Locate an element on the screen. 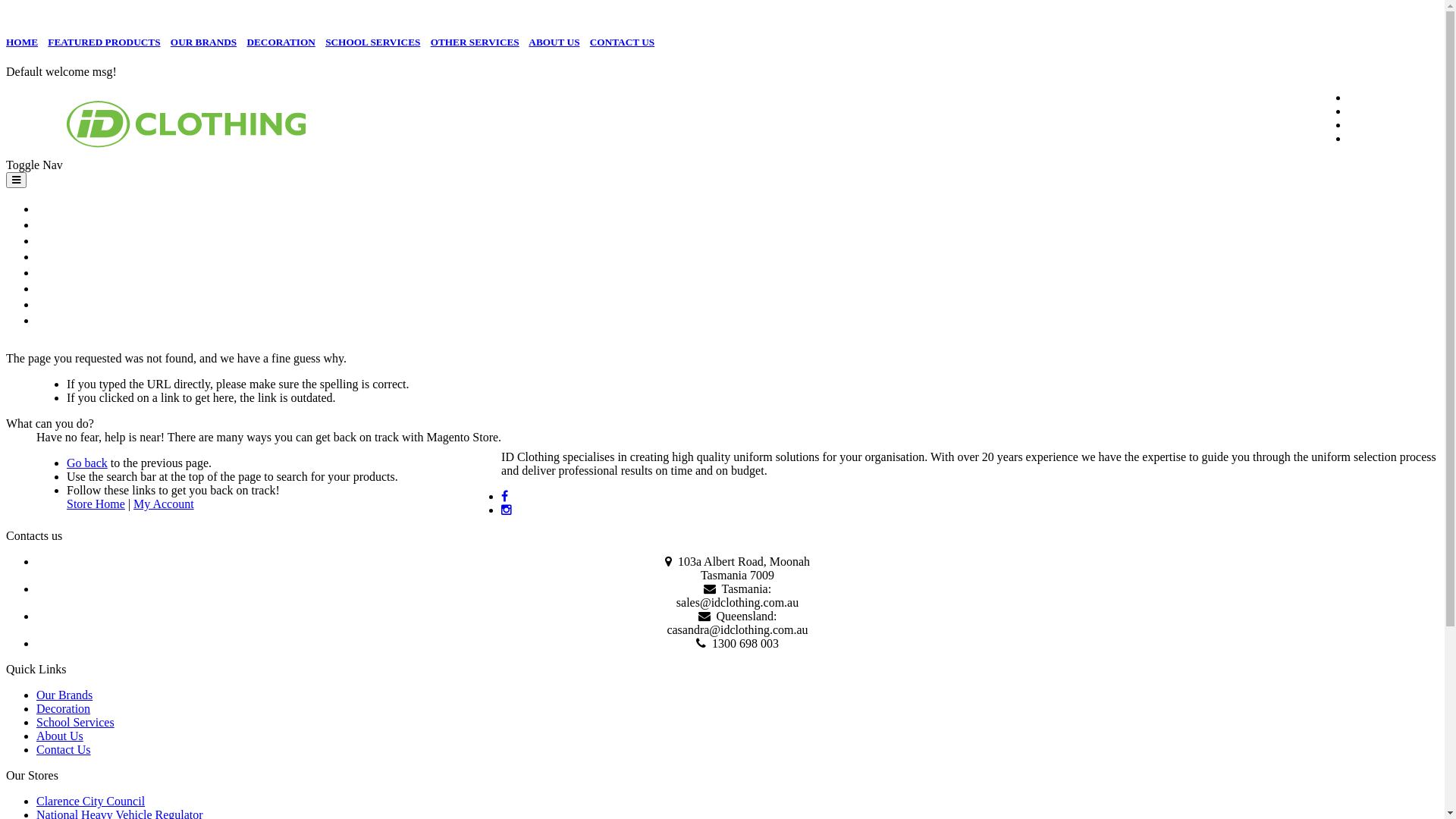 Image resolution: width=1456 pixels, height=819 pixels. 'School Services' is located at coordinates (74, 721).